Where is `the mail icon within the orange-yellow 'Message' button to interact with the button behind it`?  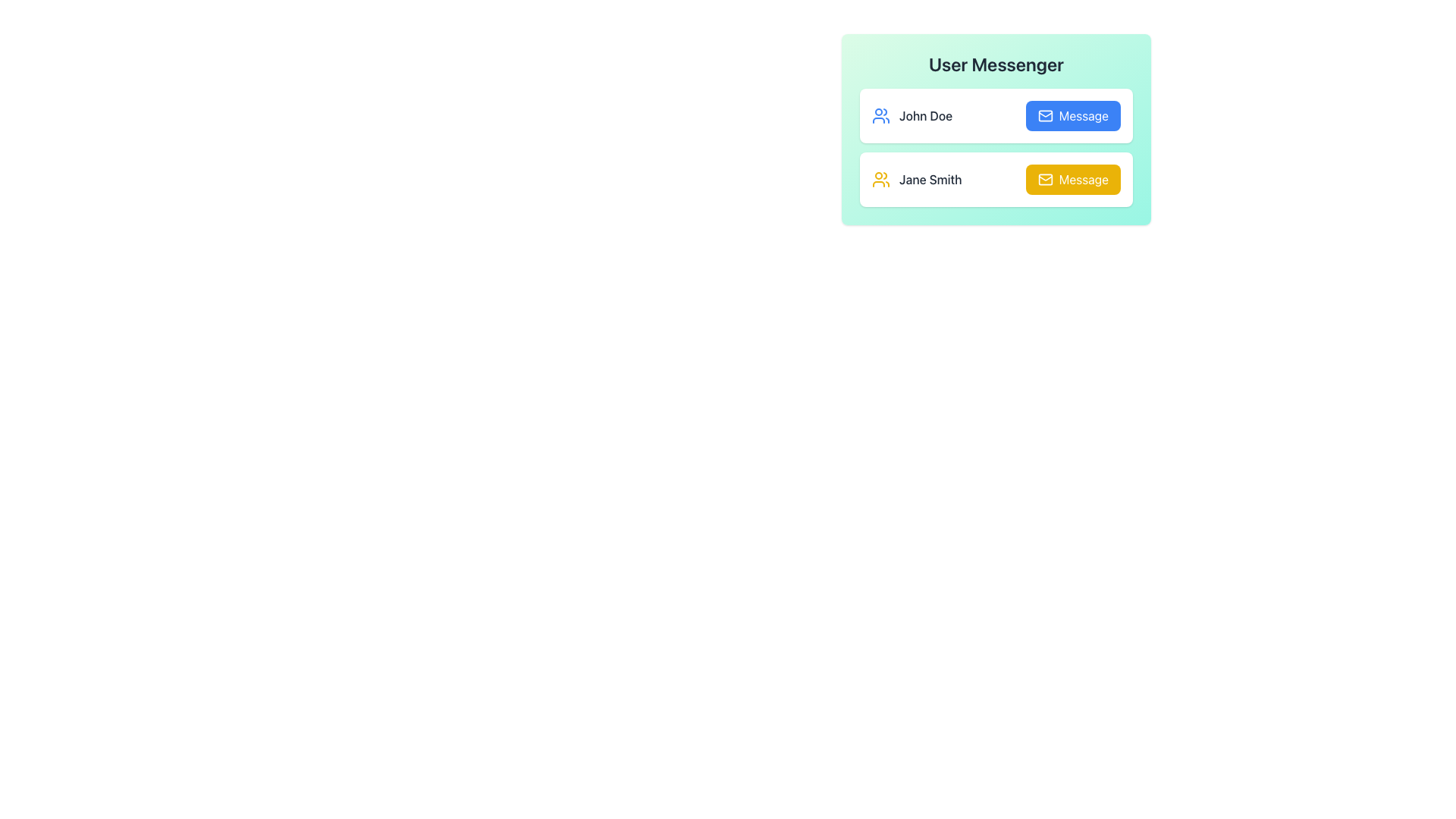
the mail icon within the orange-yellow 'Message' button to interact with the button behind it is located at coordinates (1044, 178).